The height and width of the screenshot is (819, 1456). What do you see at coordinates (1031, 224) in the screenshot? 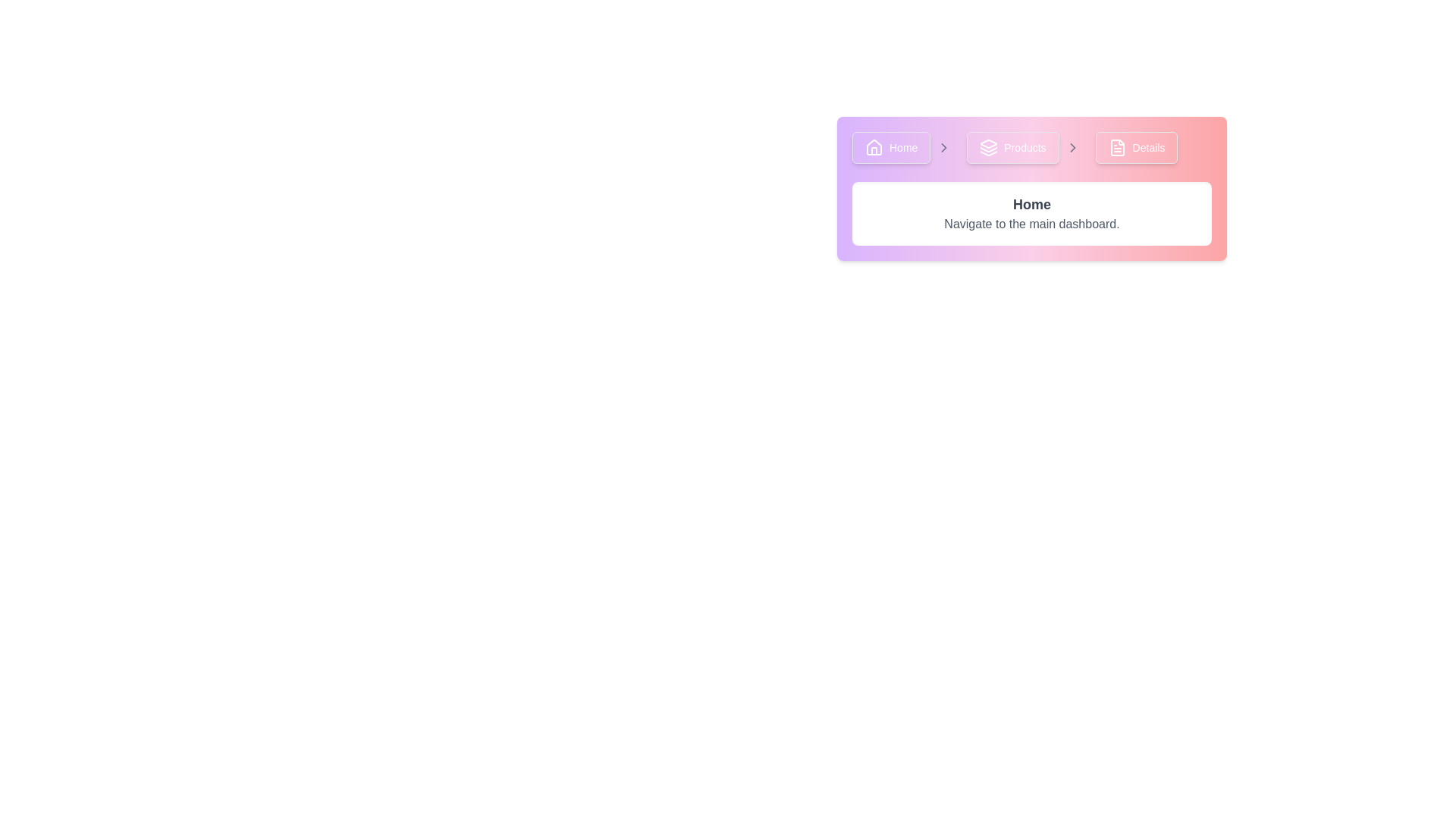
I see `the text label providing supplementary information related to the 'Home' section, located below the 'Home' text element on the right-hand side of the interface` at bounding box center [1031, 224].